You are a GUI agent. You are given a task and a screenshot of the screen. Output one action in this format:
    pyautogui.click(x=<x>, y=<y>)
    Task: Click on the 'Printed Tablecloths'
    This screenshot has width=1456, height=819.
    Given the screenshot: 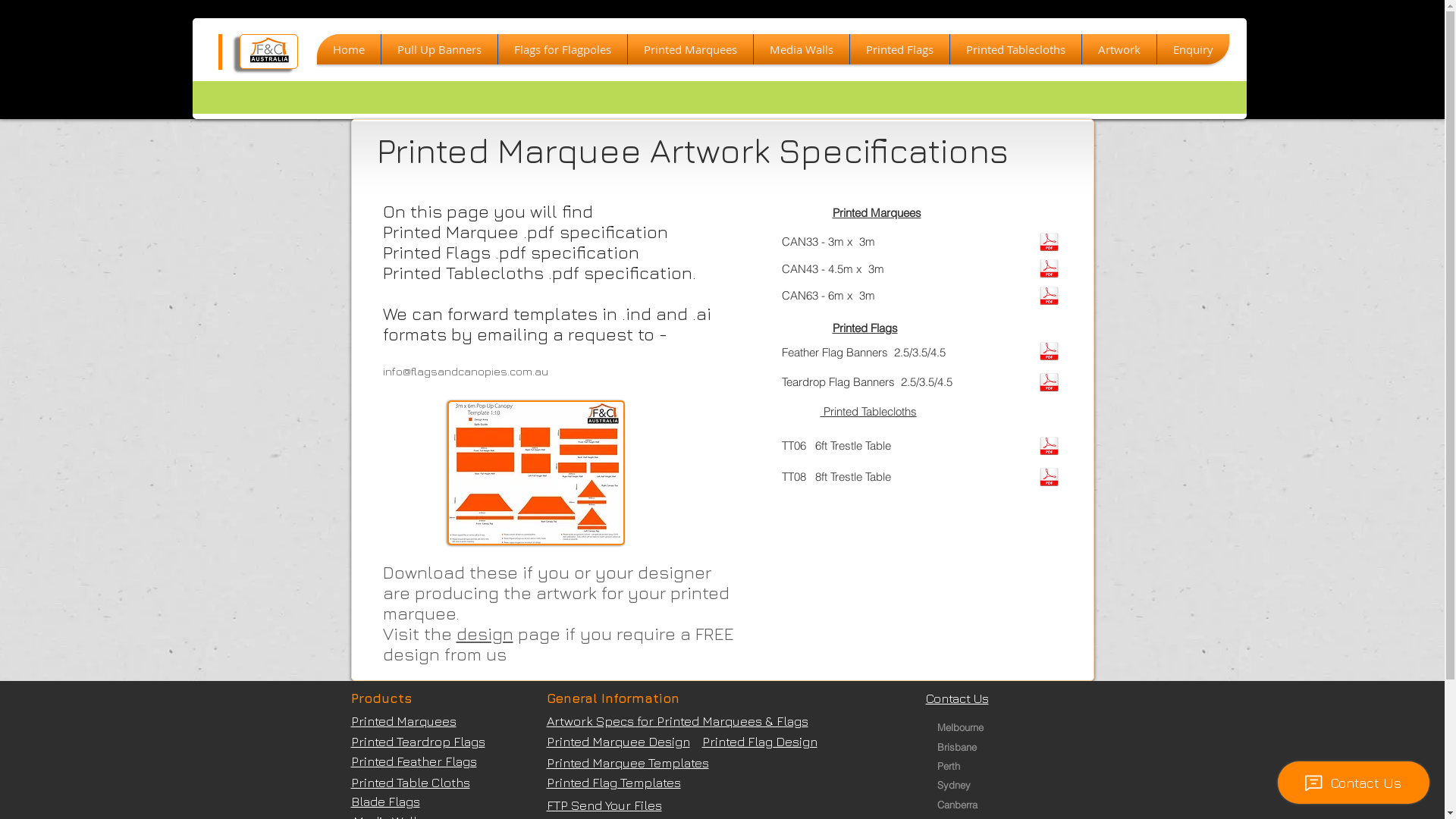 What is the action you would take?
    pyautogui.click(x=949, y=49)
    